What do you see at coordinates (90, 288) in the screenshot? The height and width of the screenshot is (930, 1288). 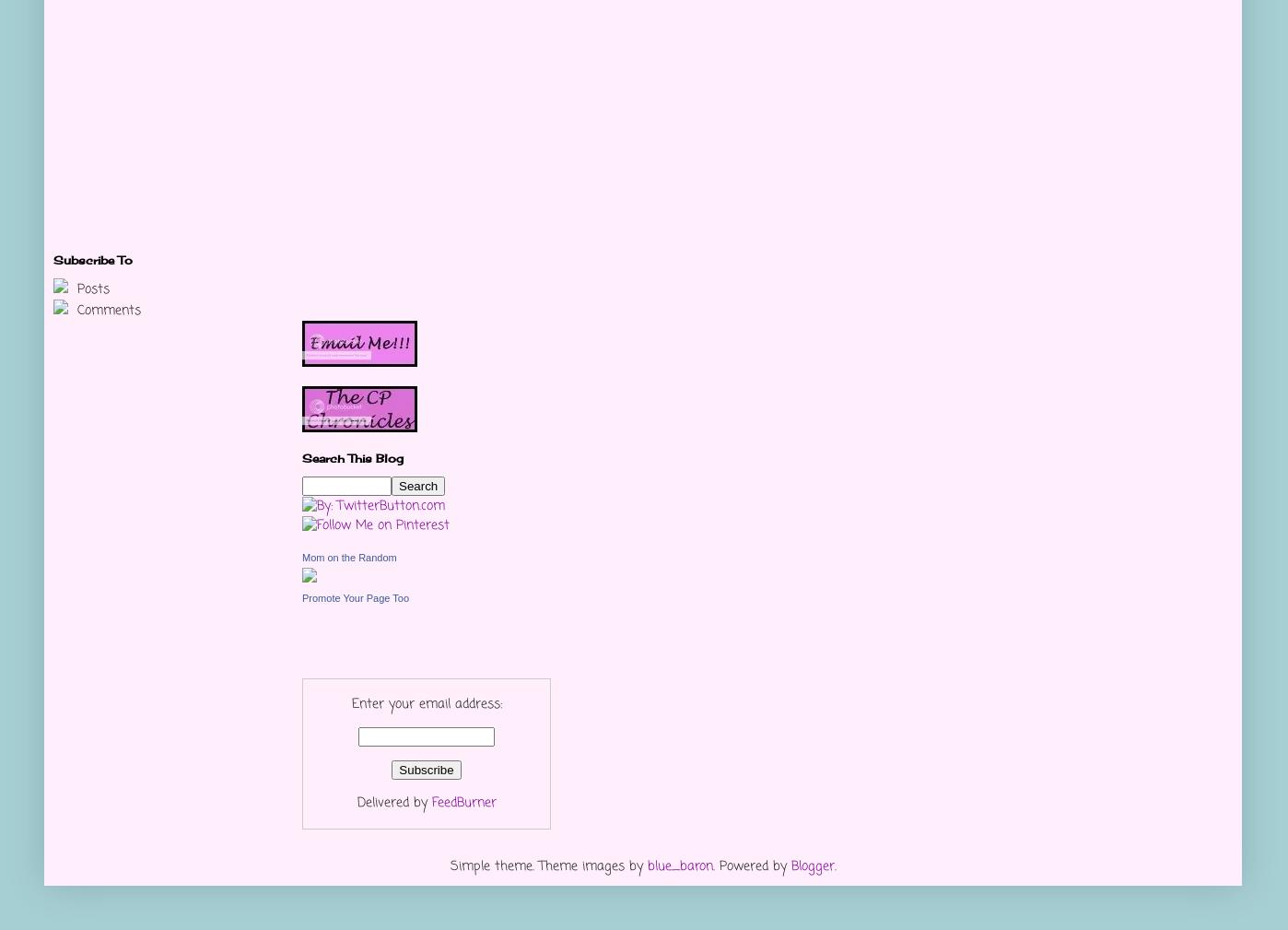 I see `'Posts'` at bounding box center [90, 288].